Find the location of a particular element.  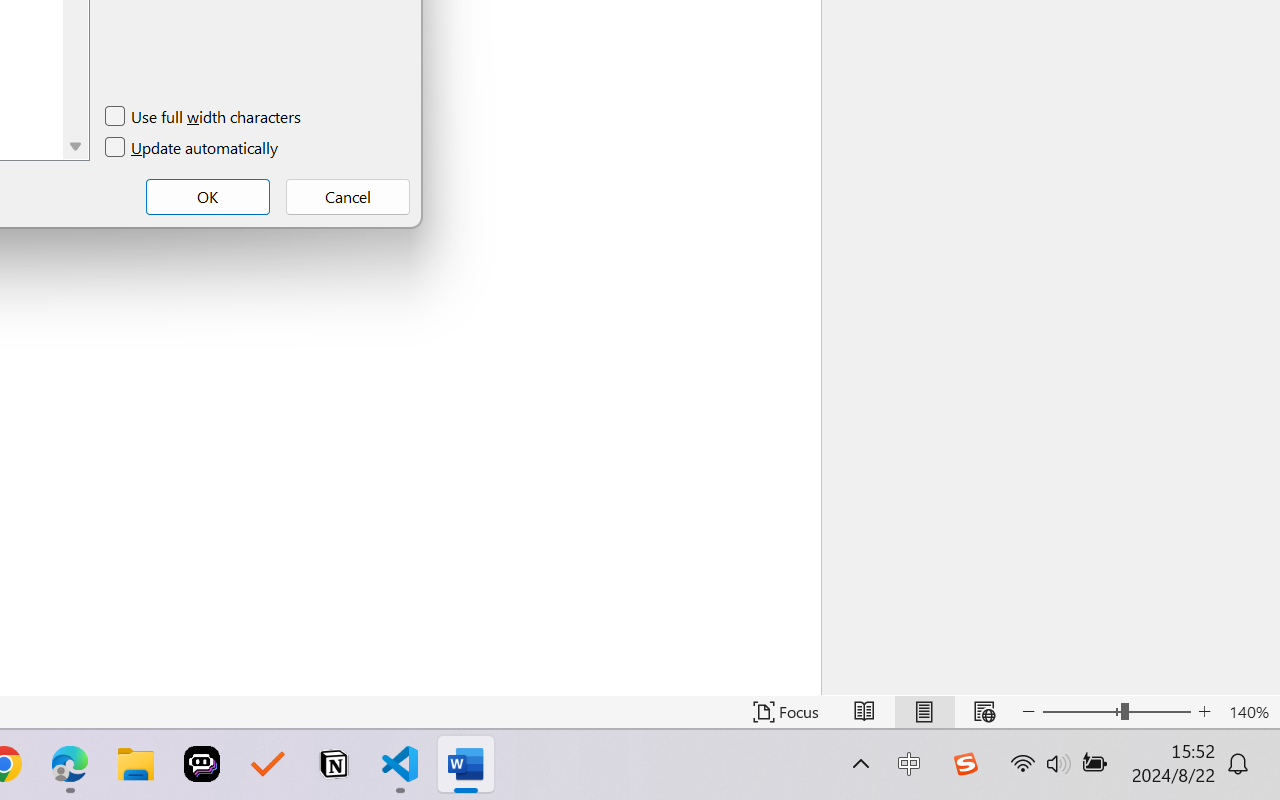

'Notion' is located at coordinates (334, 764).